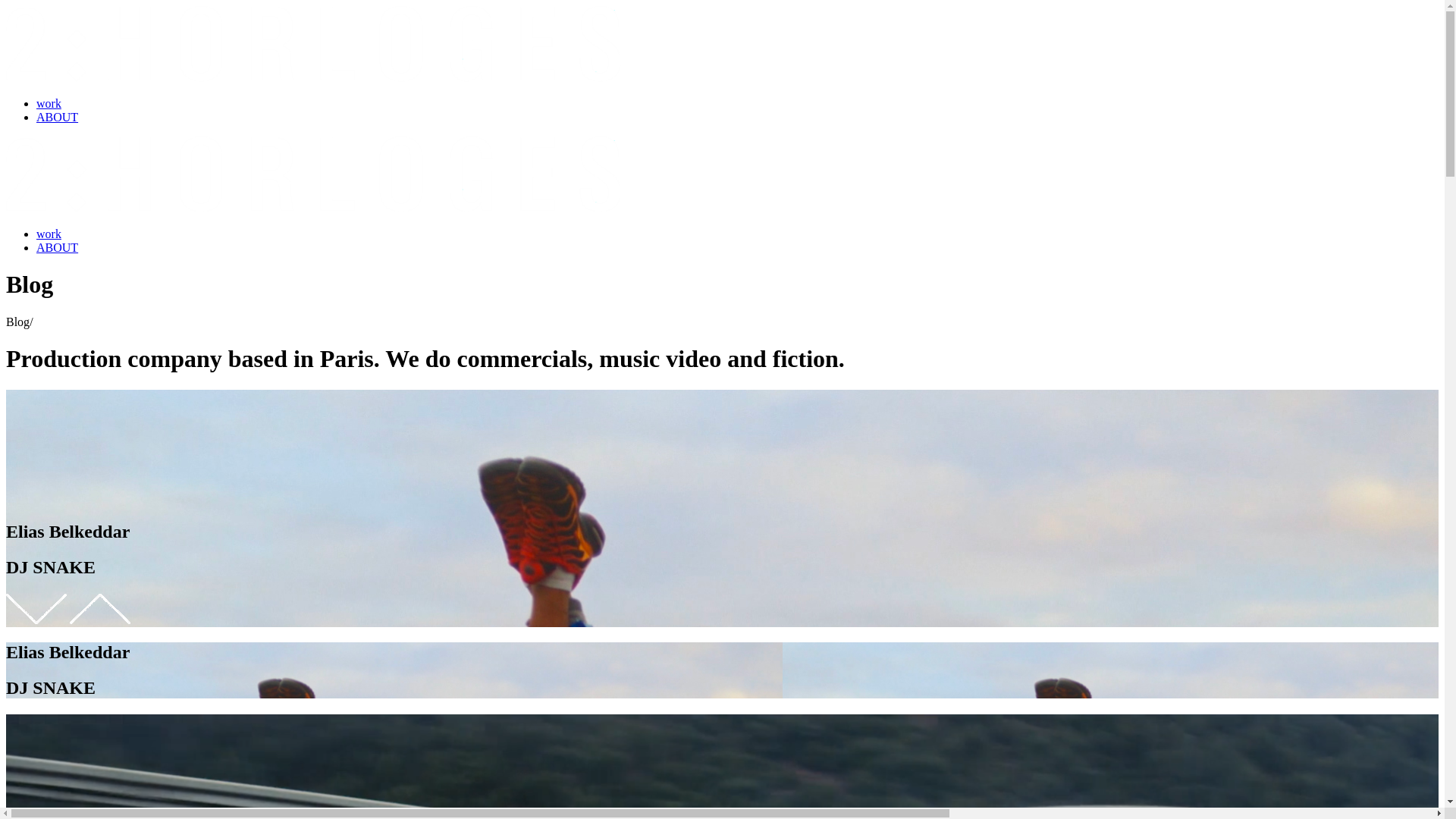 The height and width of the screenshot is (819, 1456). Describe the element at coordinates (57, 116) in the screenshot. I see `'ABOUT'` at that location.